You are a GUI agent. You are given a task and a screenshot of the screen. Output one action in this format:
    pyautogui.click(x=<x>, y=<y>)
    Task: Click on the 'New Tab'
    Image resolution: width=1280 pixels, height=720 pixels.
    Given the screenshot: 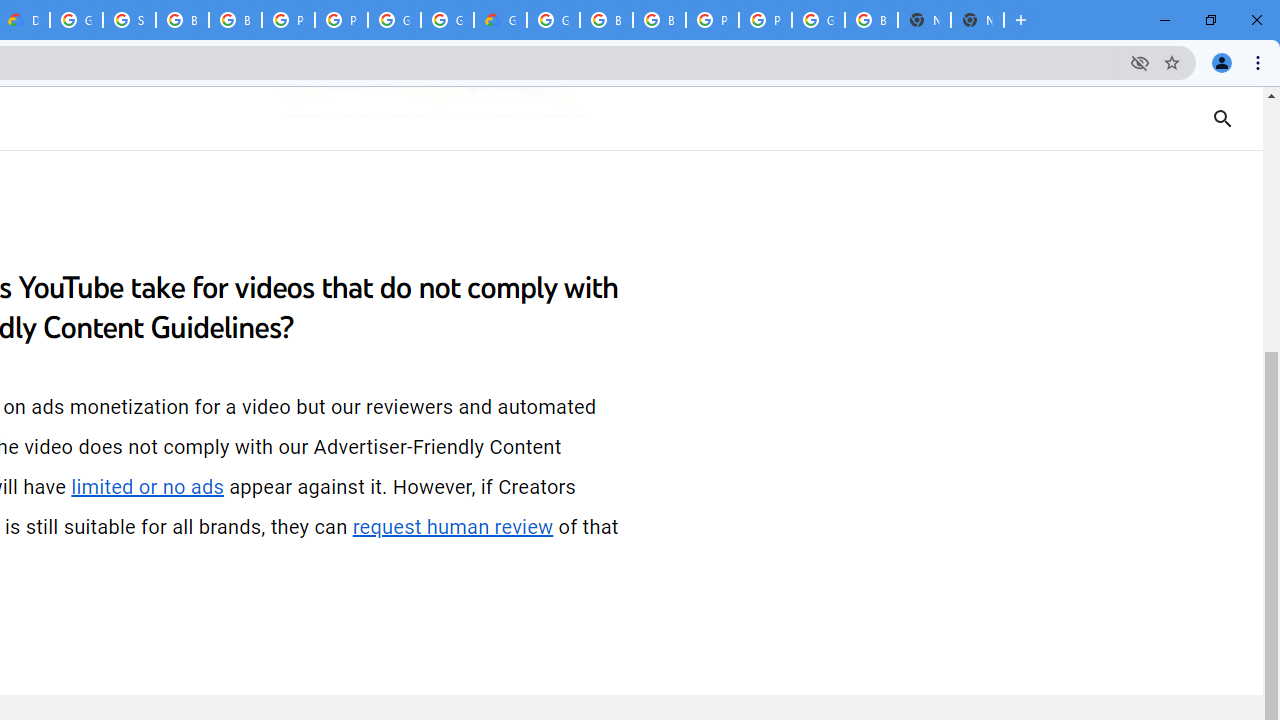 What is the action you would take?
    pyautogui.click(x=977, y=20)
    